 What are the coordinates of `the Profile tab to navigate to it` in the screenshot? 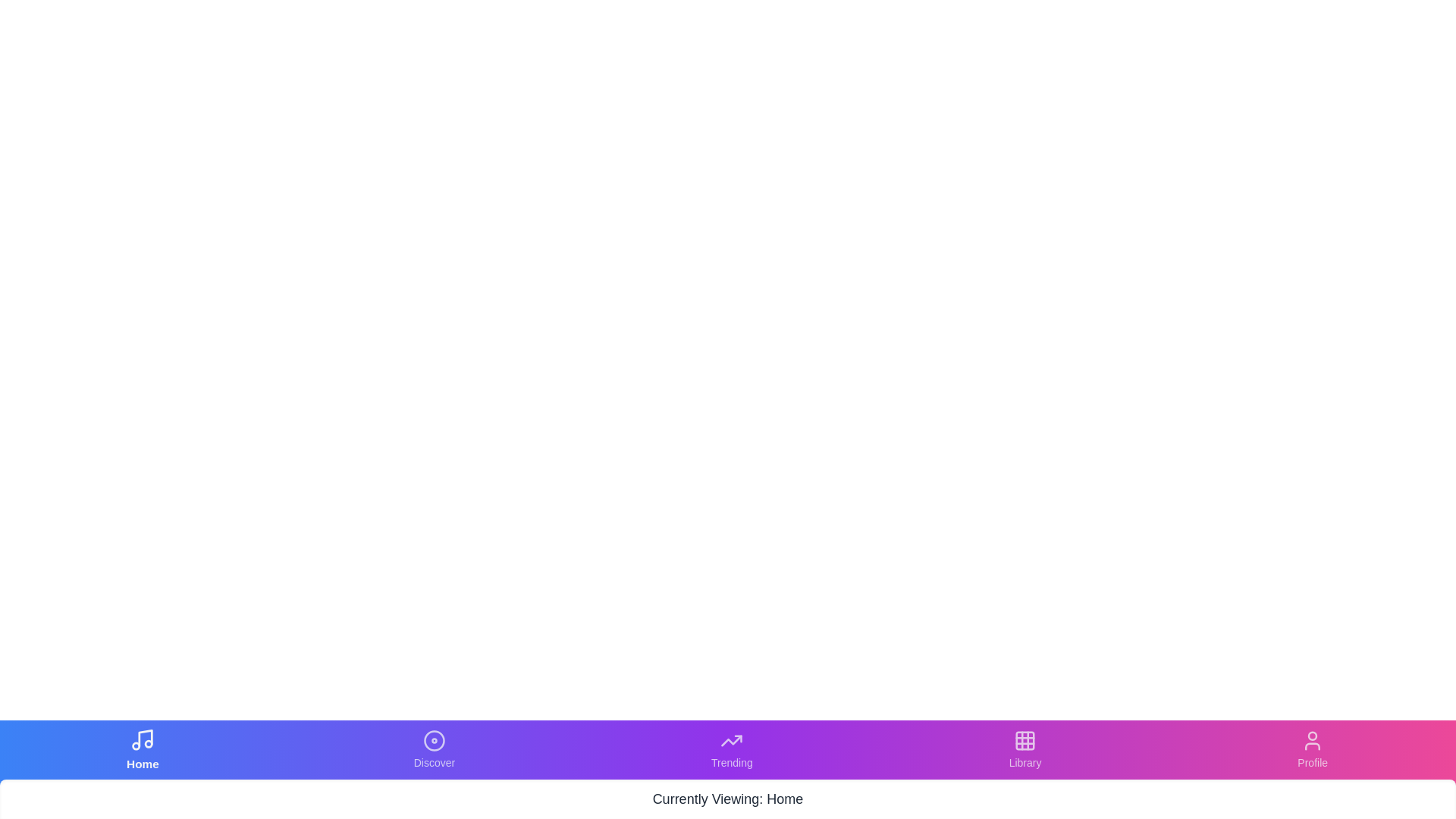 It's located at (1312, 748).